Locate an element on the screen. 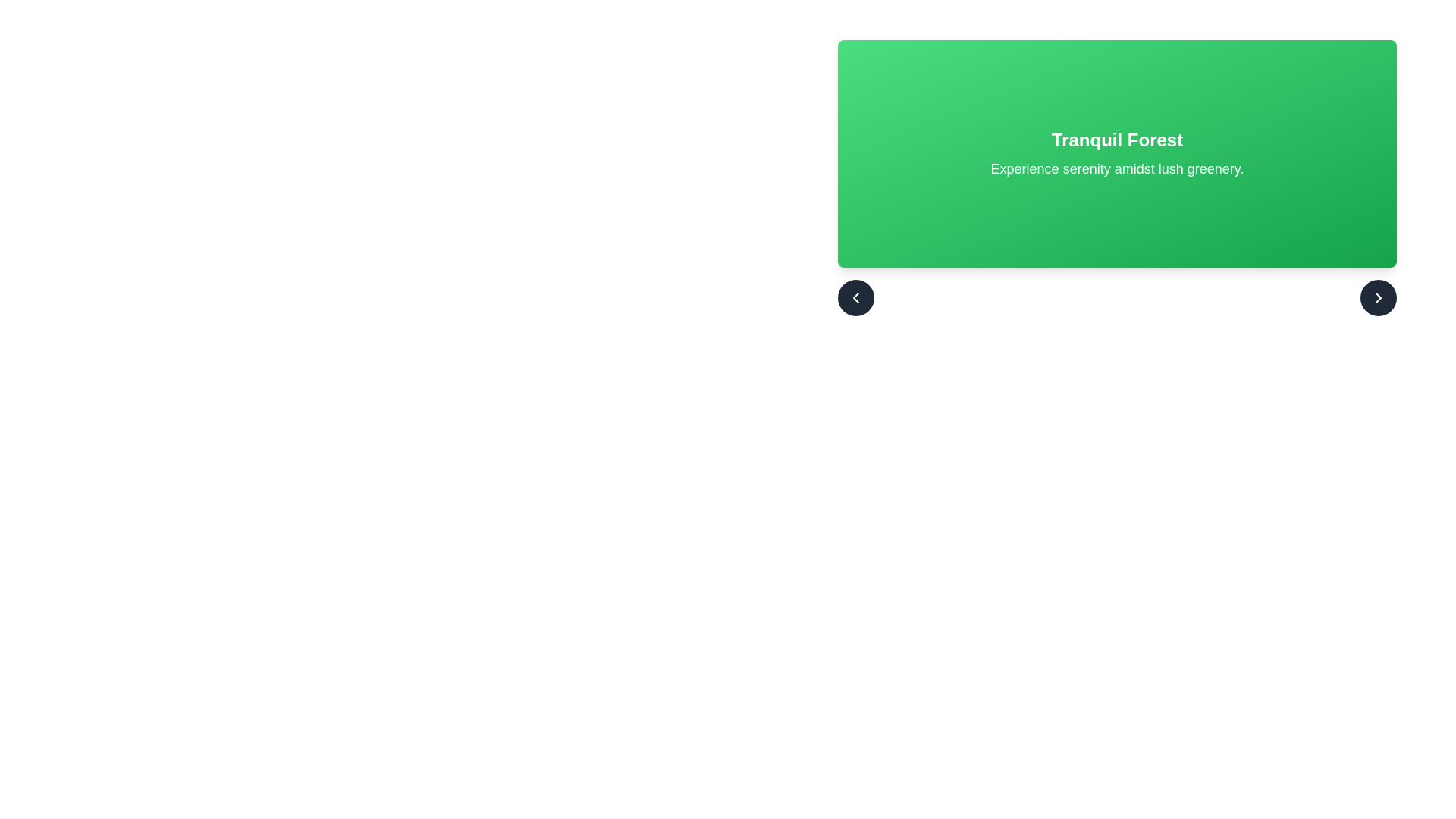 The height and width of the screenshot is (819, 1456). the button containing the left-facing chevron icon in the bottom-left corner of the green card labeled 'Tranquil Forest.' is located at coordinates (855, 298).